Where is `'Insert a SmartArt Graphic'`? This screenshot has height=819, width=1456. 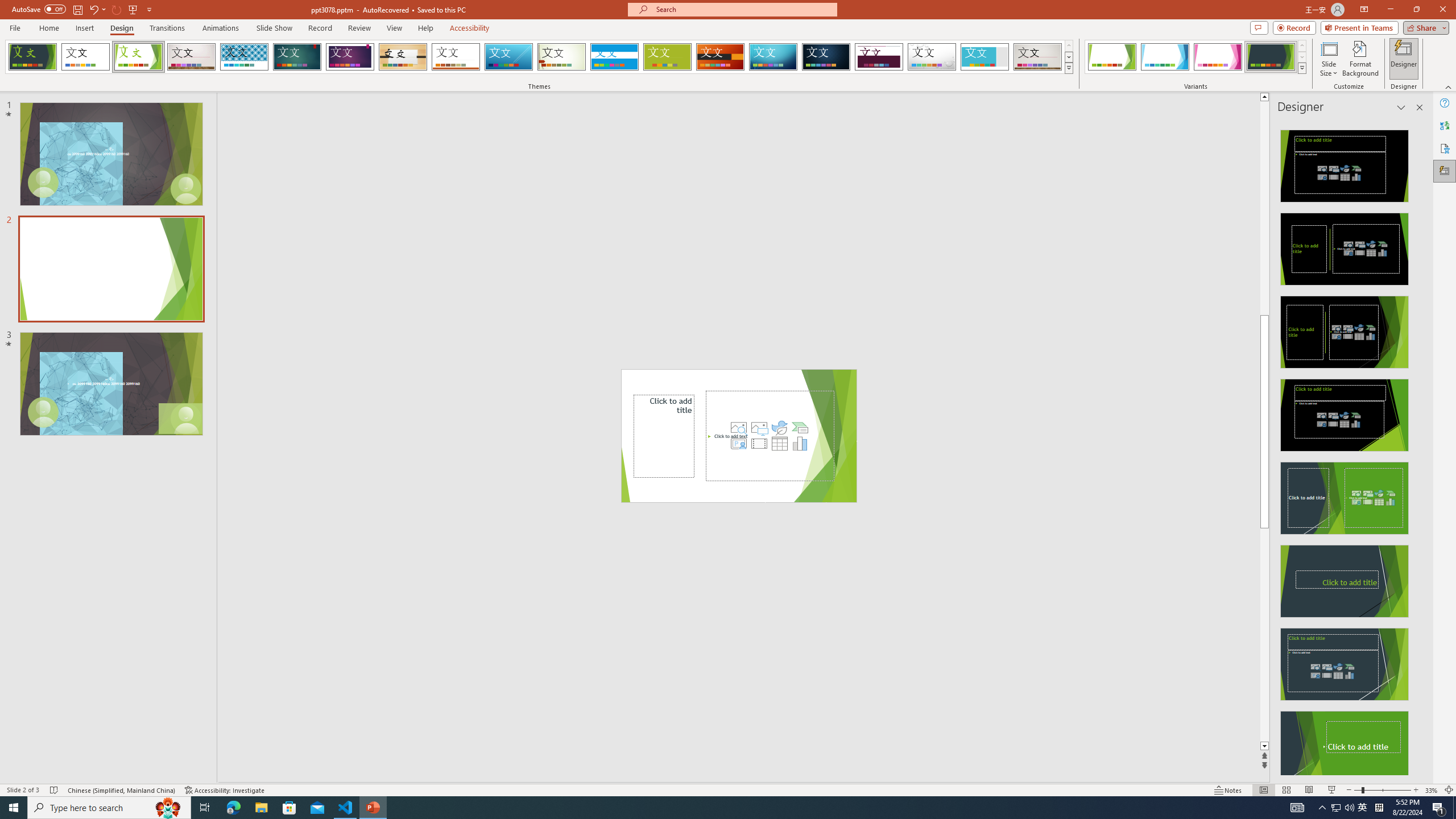
'Insert a SmartArt Graphic' is located at coordinates (800, 427).